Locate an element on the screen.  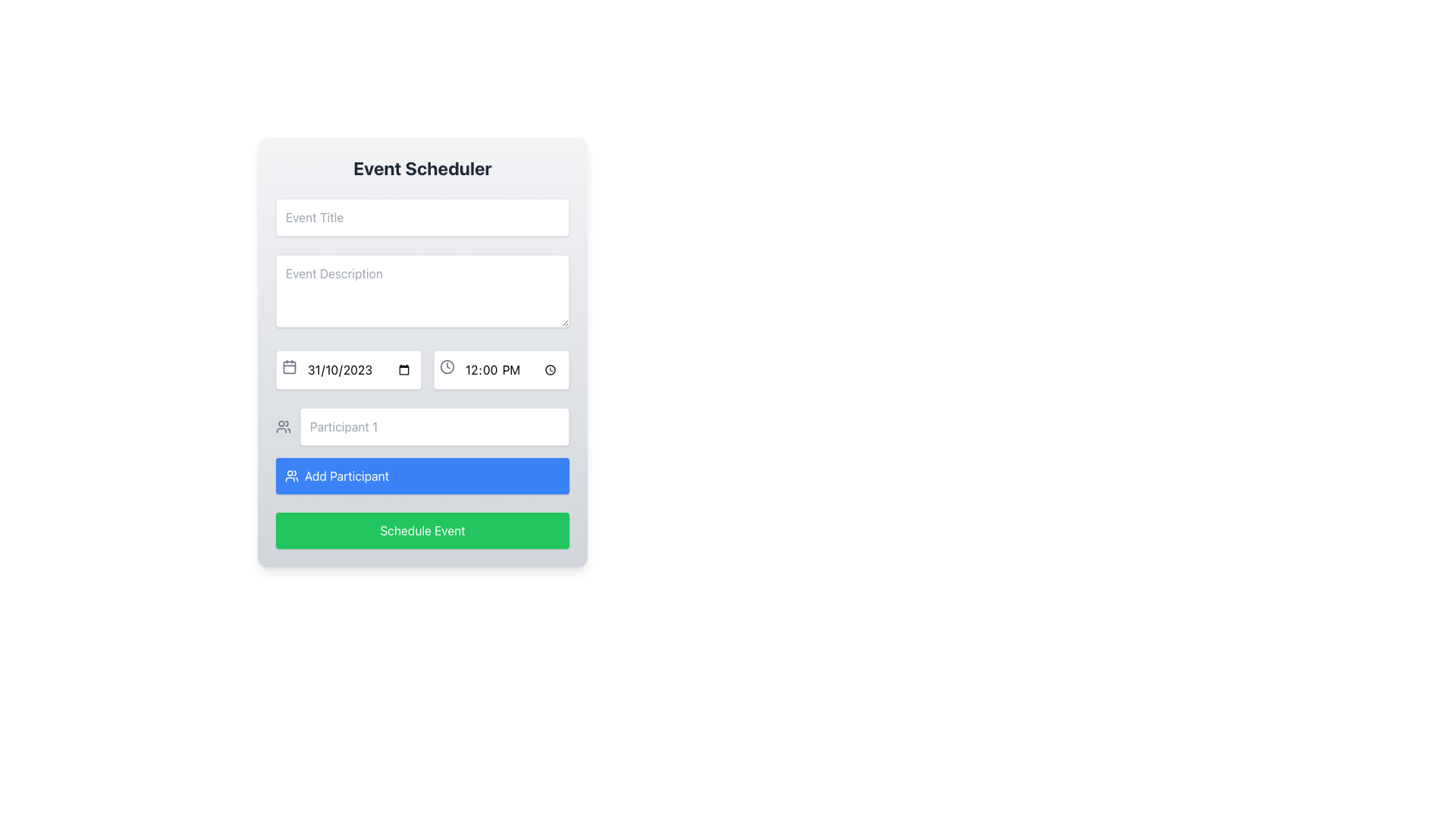
the circle within the clock icon located to the right side of the time input field is located at coordinates (447, 366).